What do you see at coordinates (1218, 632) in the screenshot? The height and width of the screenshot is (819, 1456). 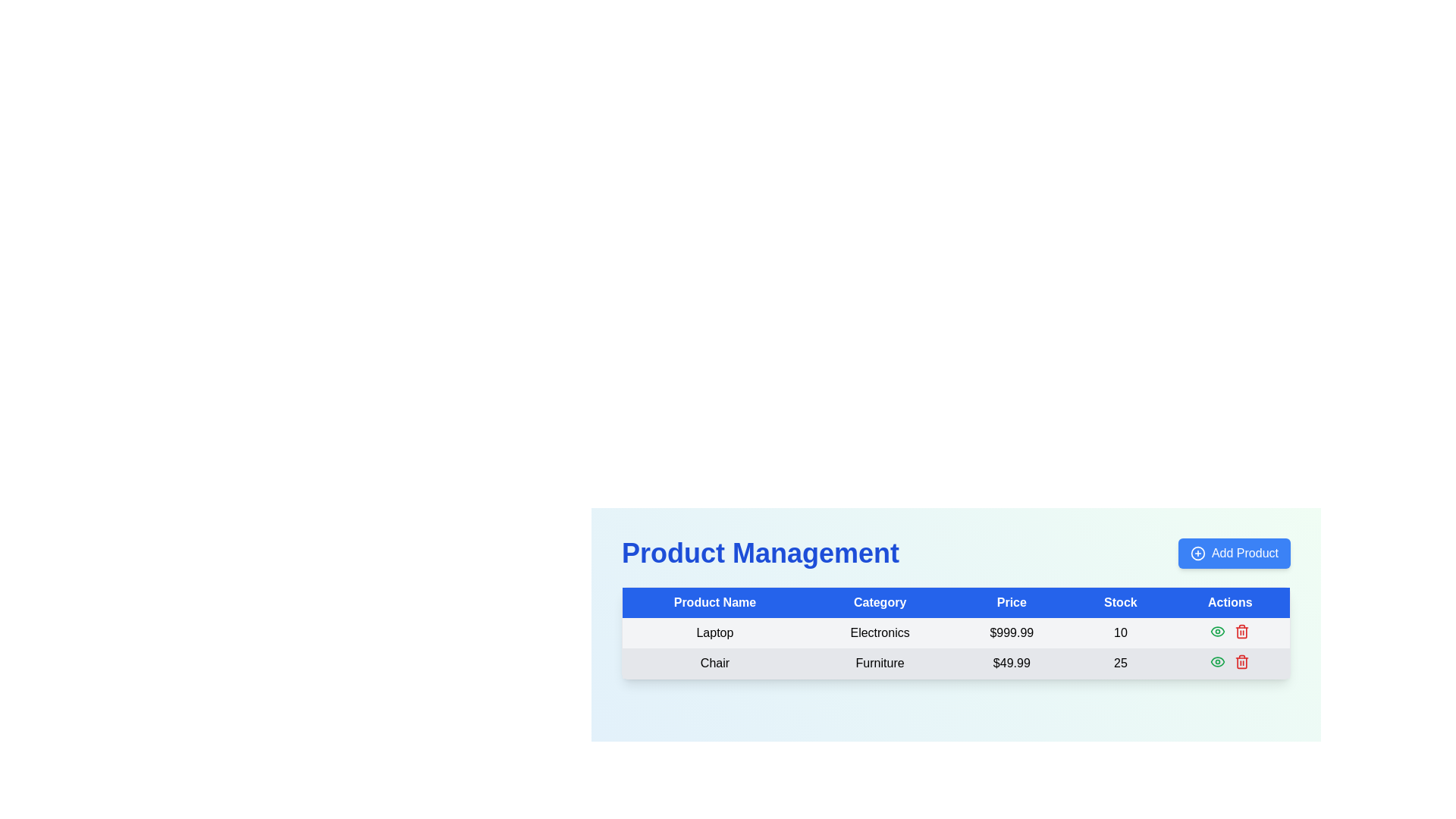 I see `the 'view' Icon Button in the 'Actions' column of the first row in the 'Product Management' table` at bounding box center [1218, 632].